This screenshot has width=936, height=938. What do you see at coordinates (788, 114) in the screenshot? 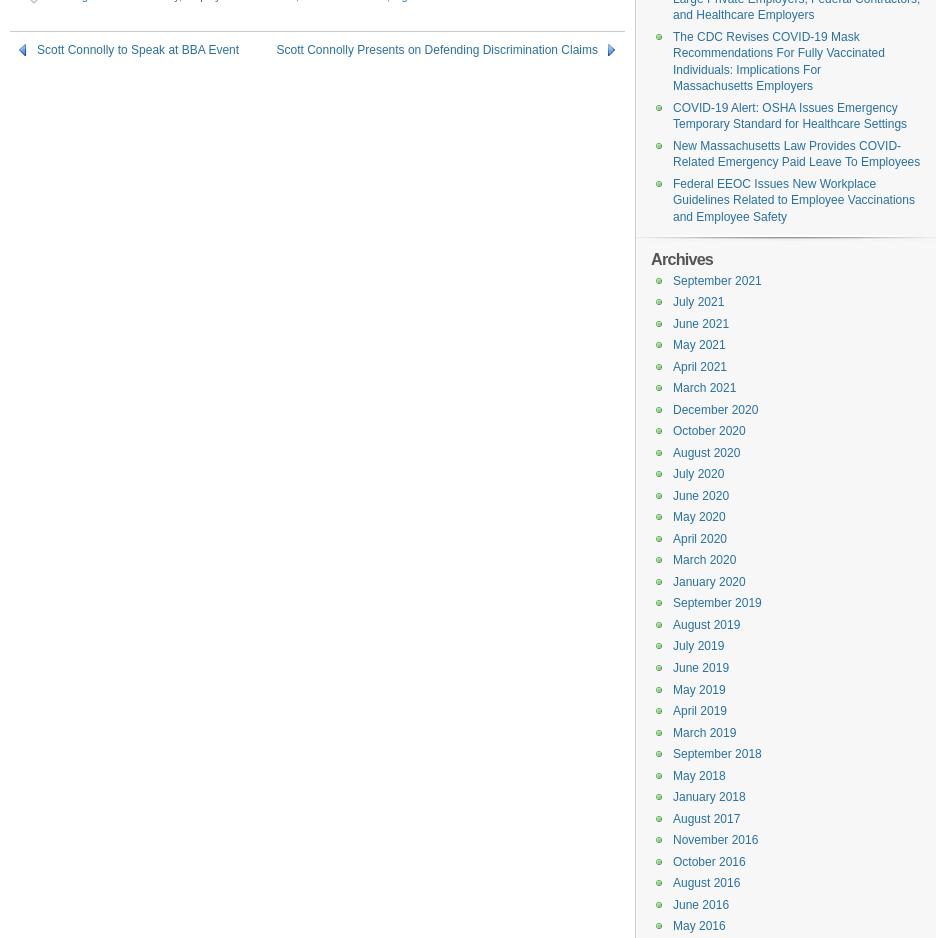
I see `'COVID-19 Alert: OSHA Issues Emergency Temporary Standard for Healthcare Settings'` at bounding box center [788, 114].